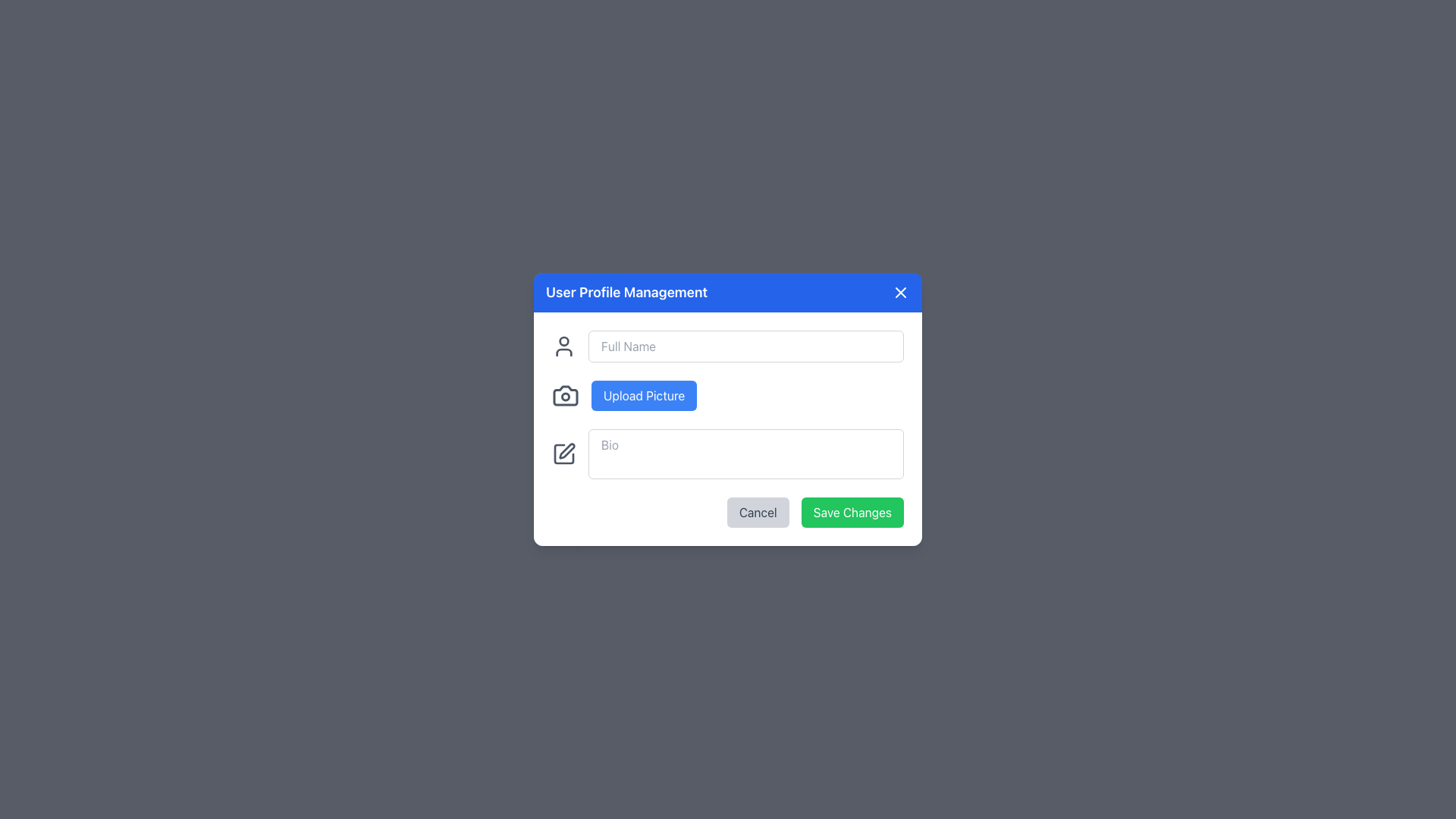 This screenshot has width=1456, height=819. Describe the element at coordinates (644, 394) in the screenshot. I see `the button to upload a picture located in the 'User Profile Management' dialog box, positioned to the right of a camera icon as the second element in the row` at that location.